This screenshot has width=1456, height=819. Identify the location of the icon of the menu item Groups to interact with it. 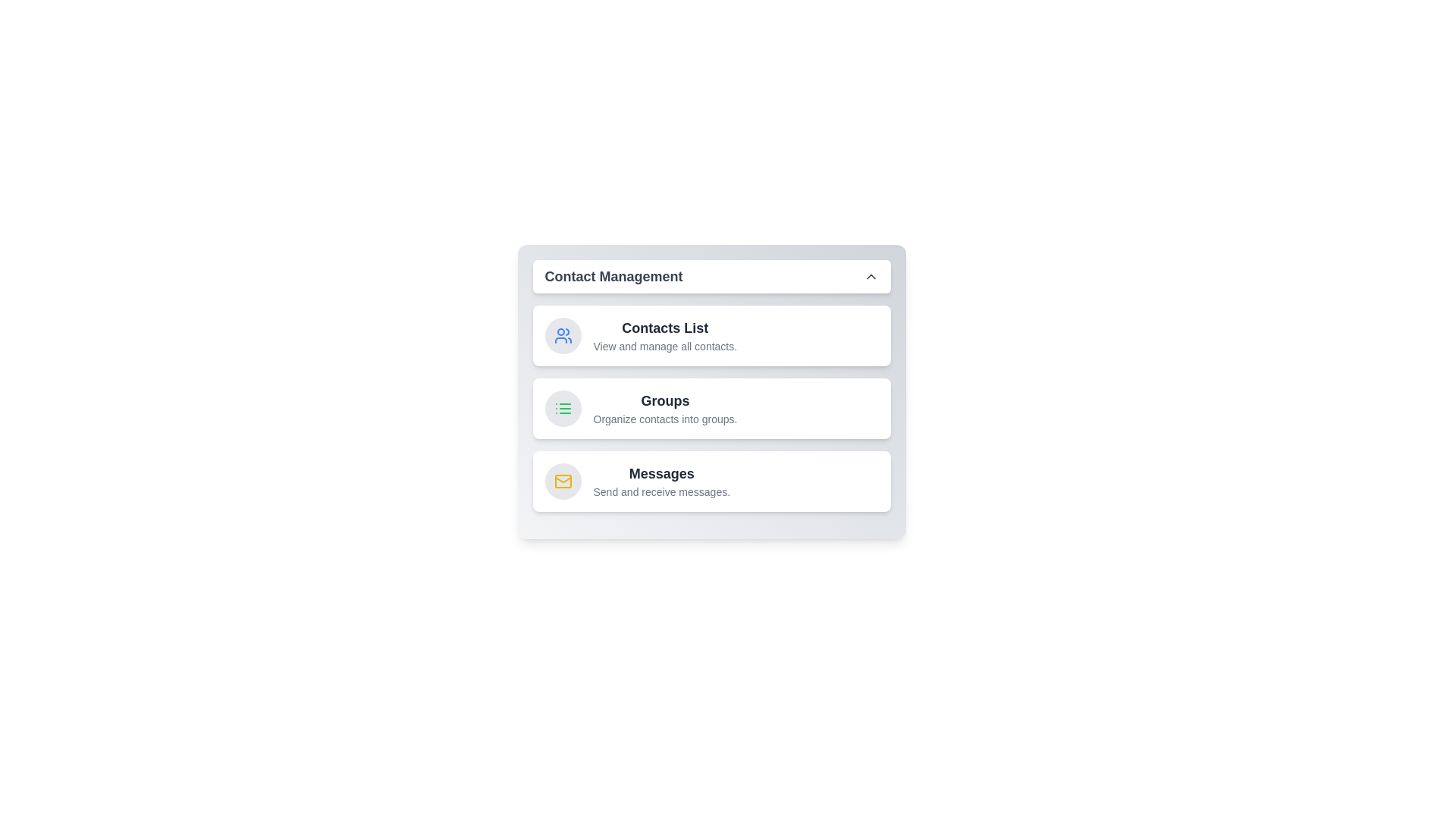
(562, 408).